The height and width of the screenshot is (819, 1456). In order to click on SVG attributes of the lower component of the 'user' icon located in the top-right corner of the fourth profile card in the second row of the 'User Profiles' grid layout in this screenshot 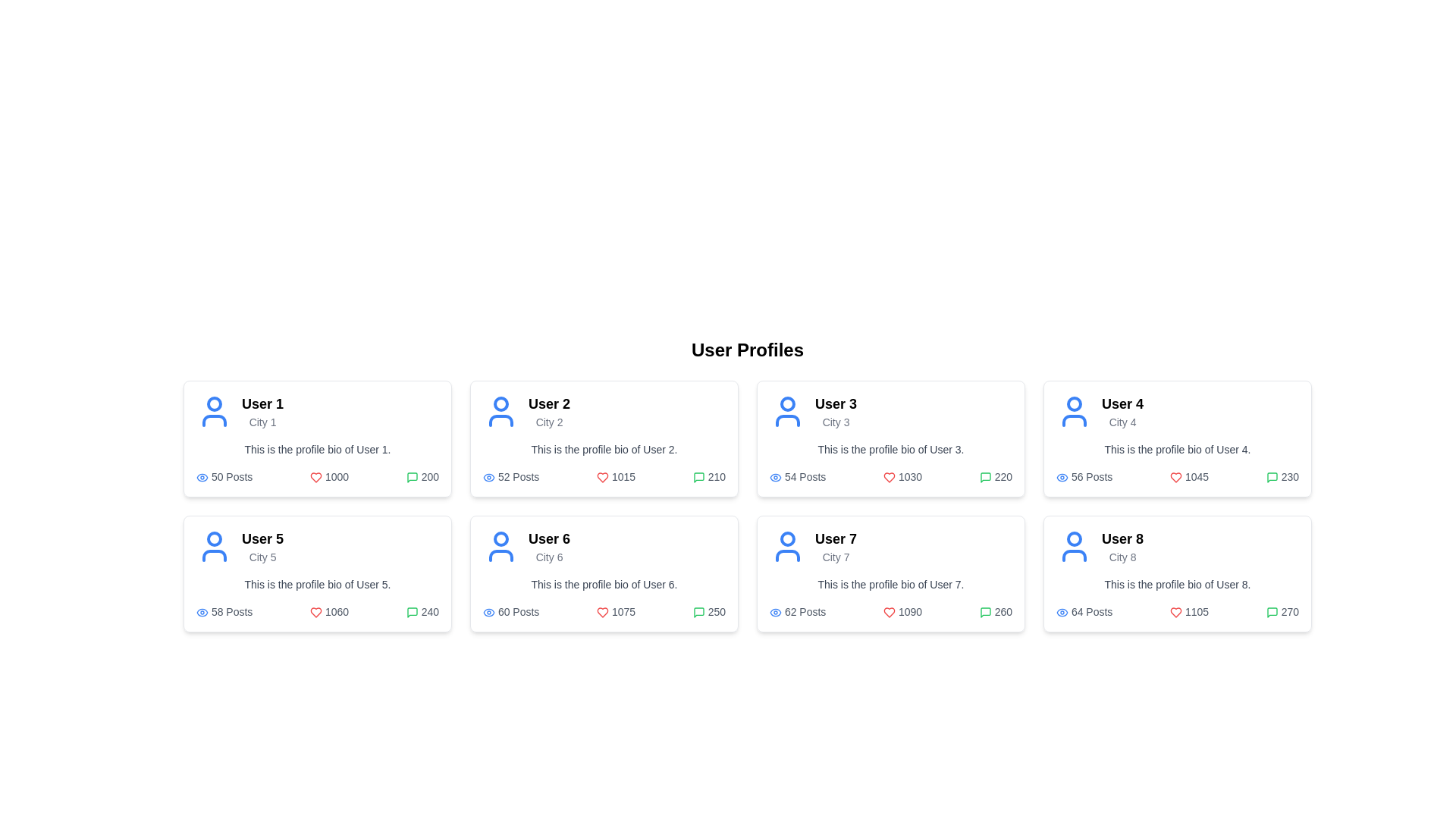, I will do `click(1073, 421)`.